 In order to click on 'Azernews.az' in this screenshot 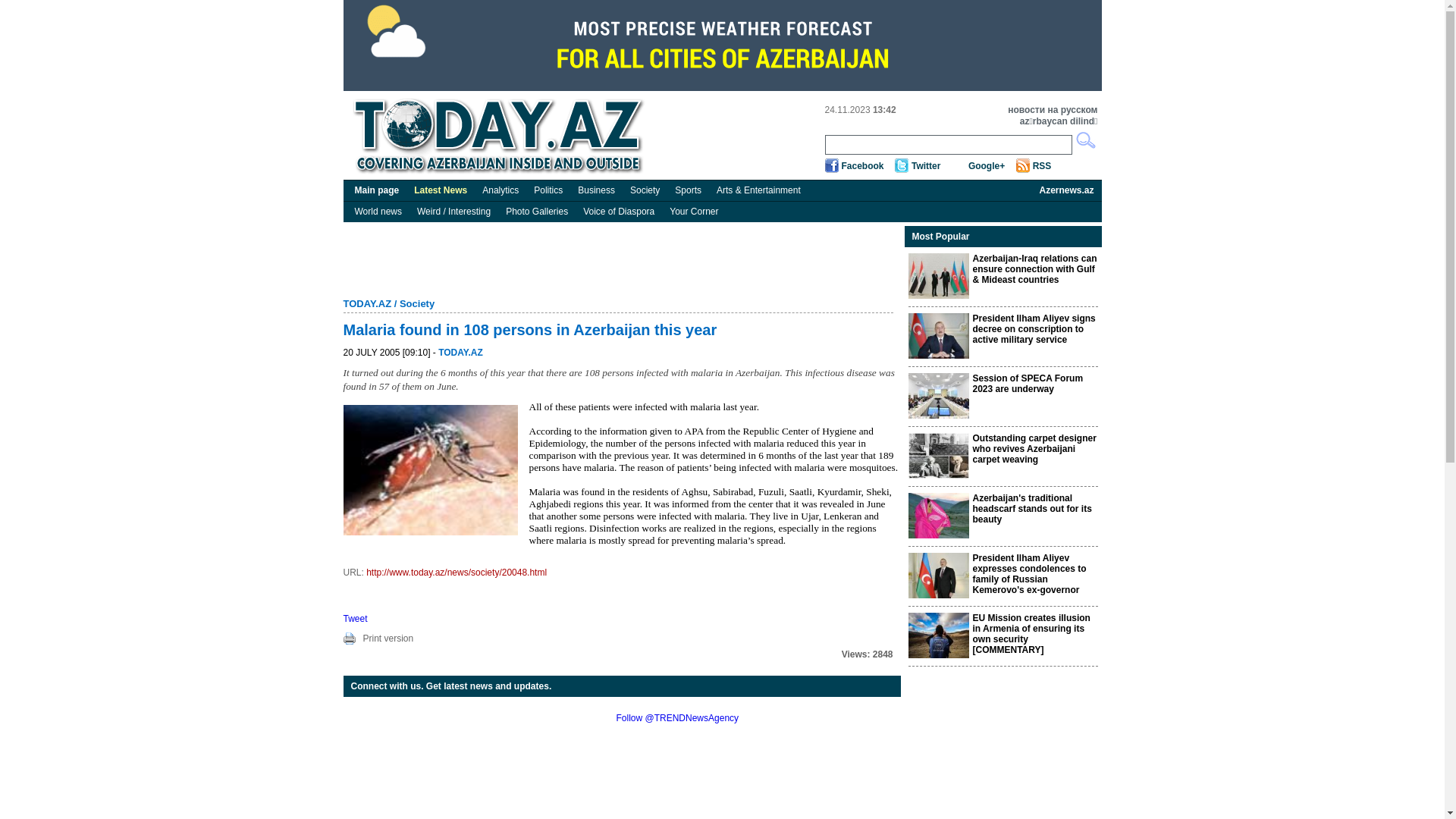, I will do `click(1065, 189)`.